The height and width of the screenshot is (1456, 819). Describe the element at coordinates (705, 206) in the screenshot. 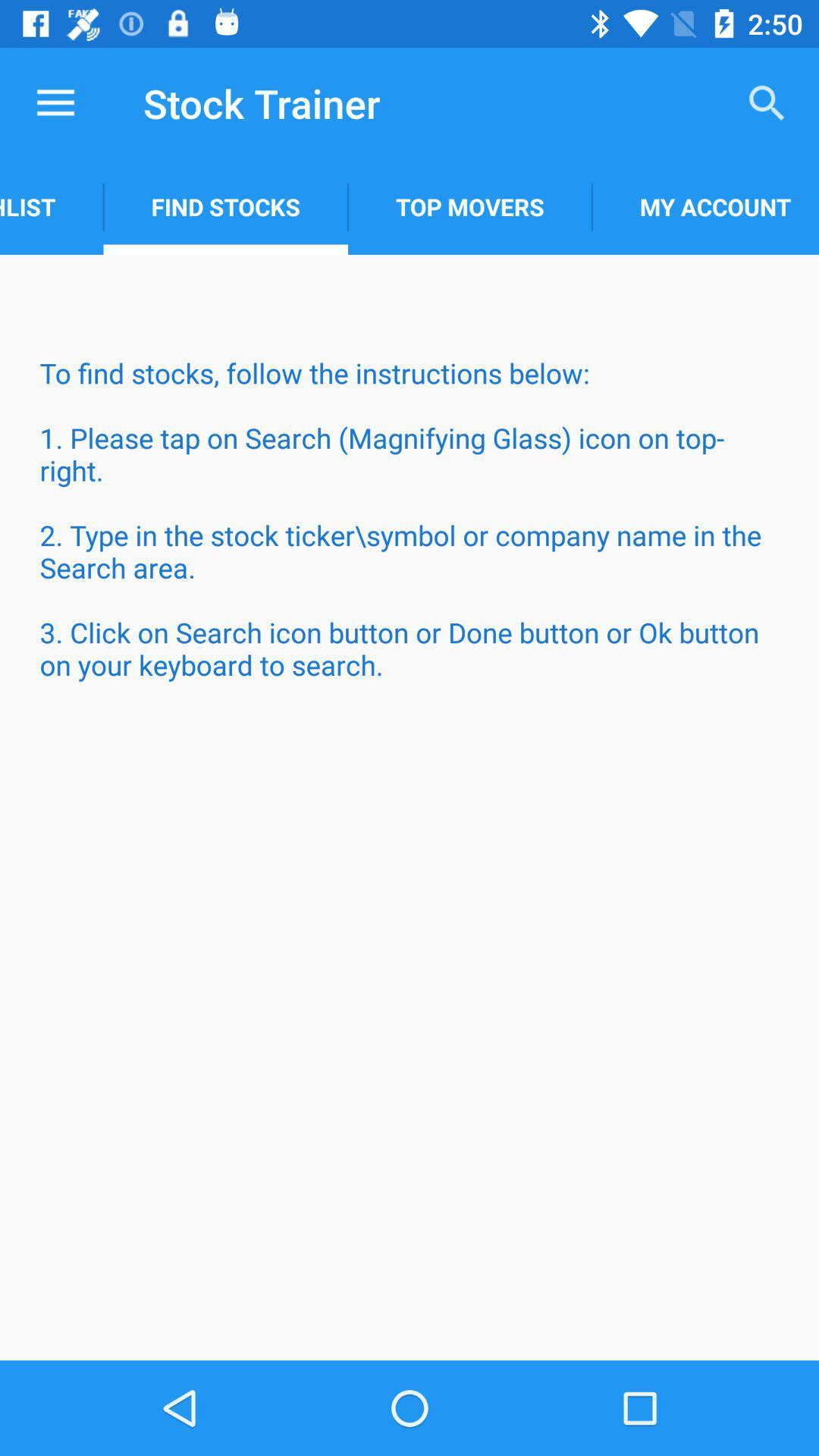

I see `the my account app` at that location.